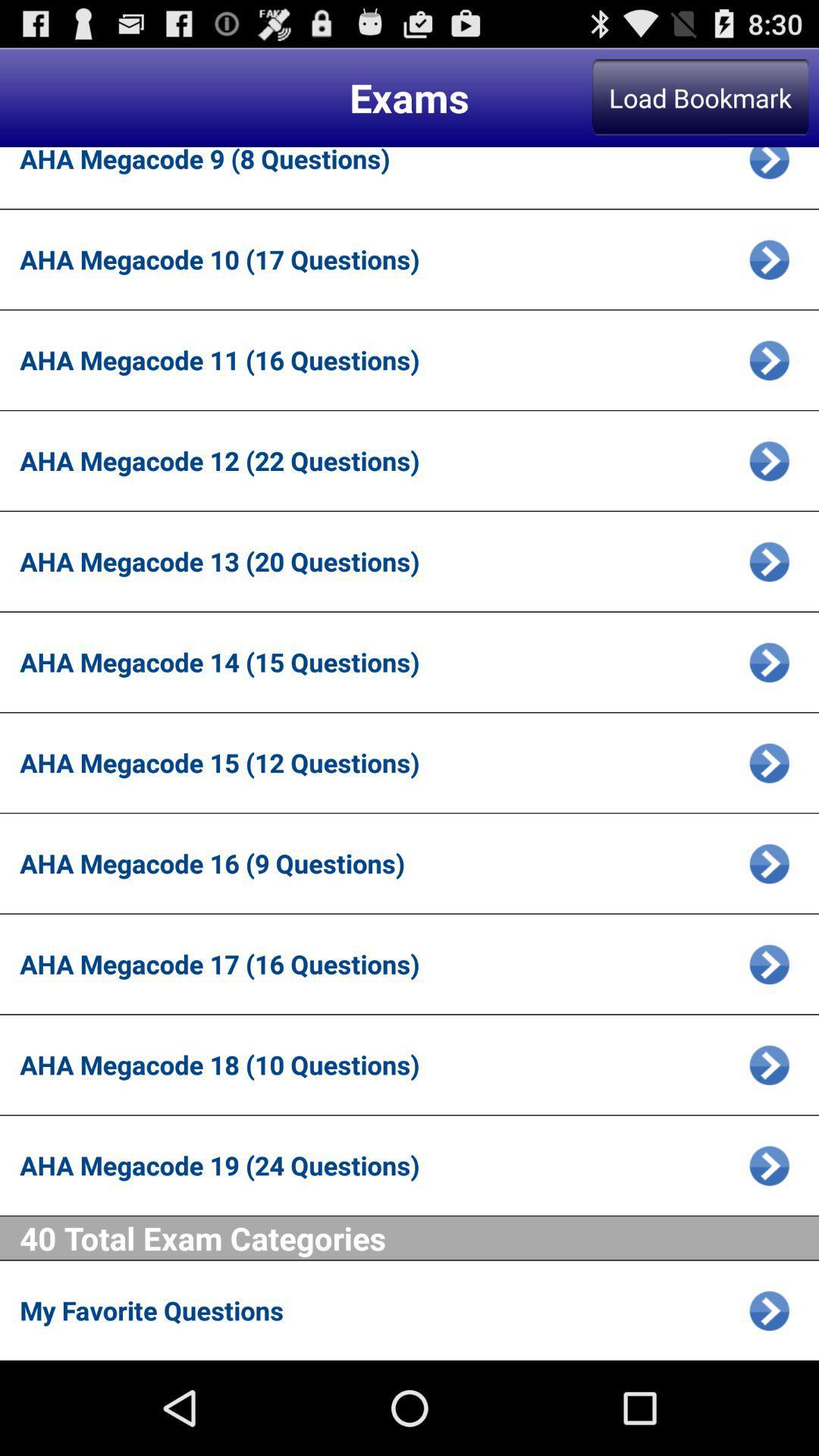 This screenshot has height=1456, width=819. I want to click on view, so click(769, 763).